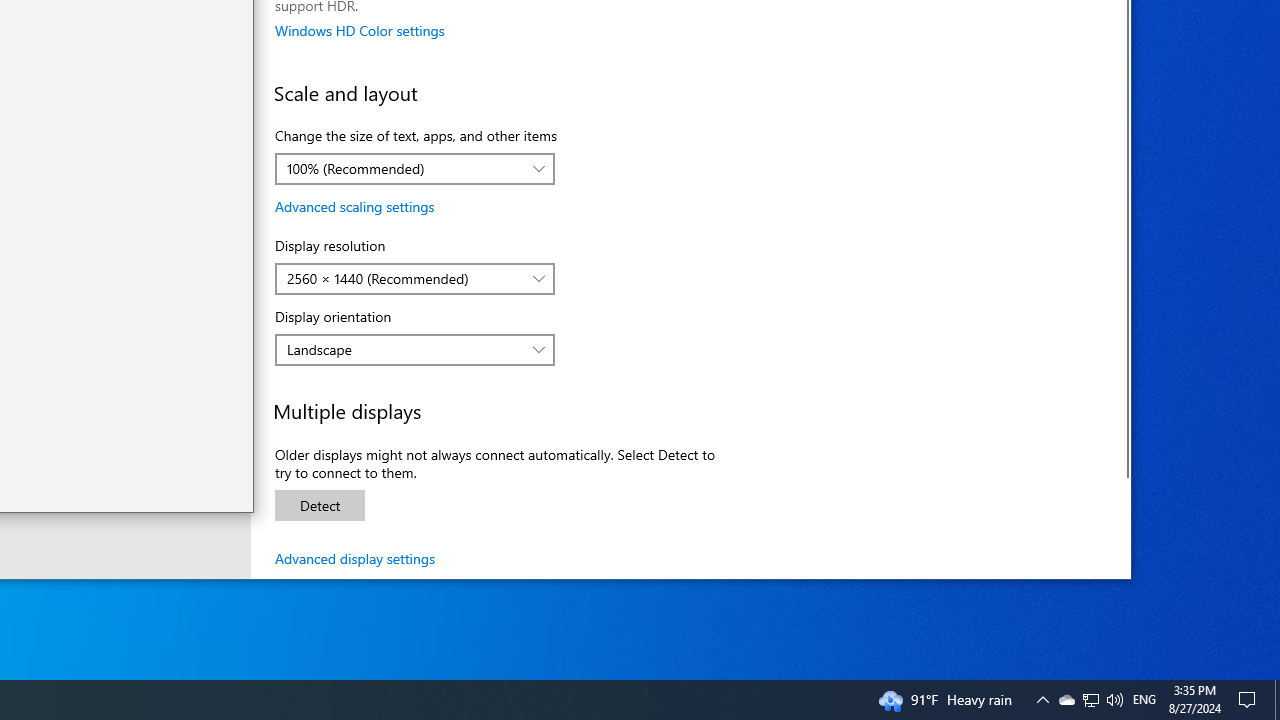 Image resolution: width=1280 pixels, height=720 pixels. Describe the element at coordinates (1041, 698) in the screenshot. I see `'Notification Chevron'` at that location.